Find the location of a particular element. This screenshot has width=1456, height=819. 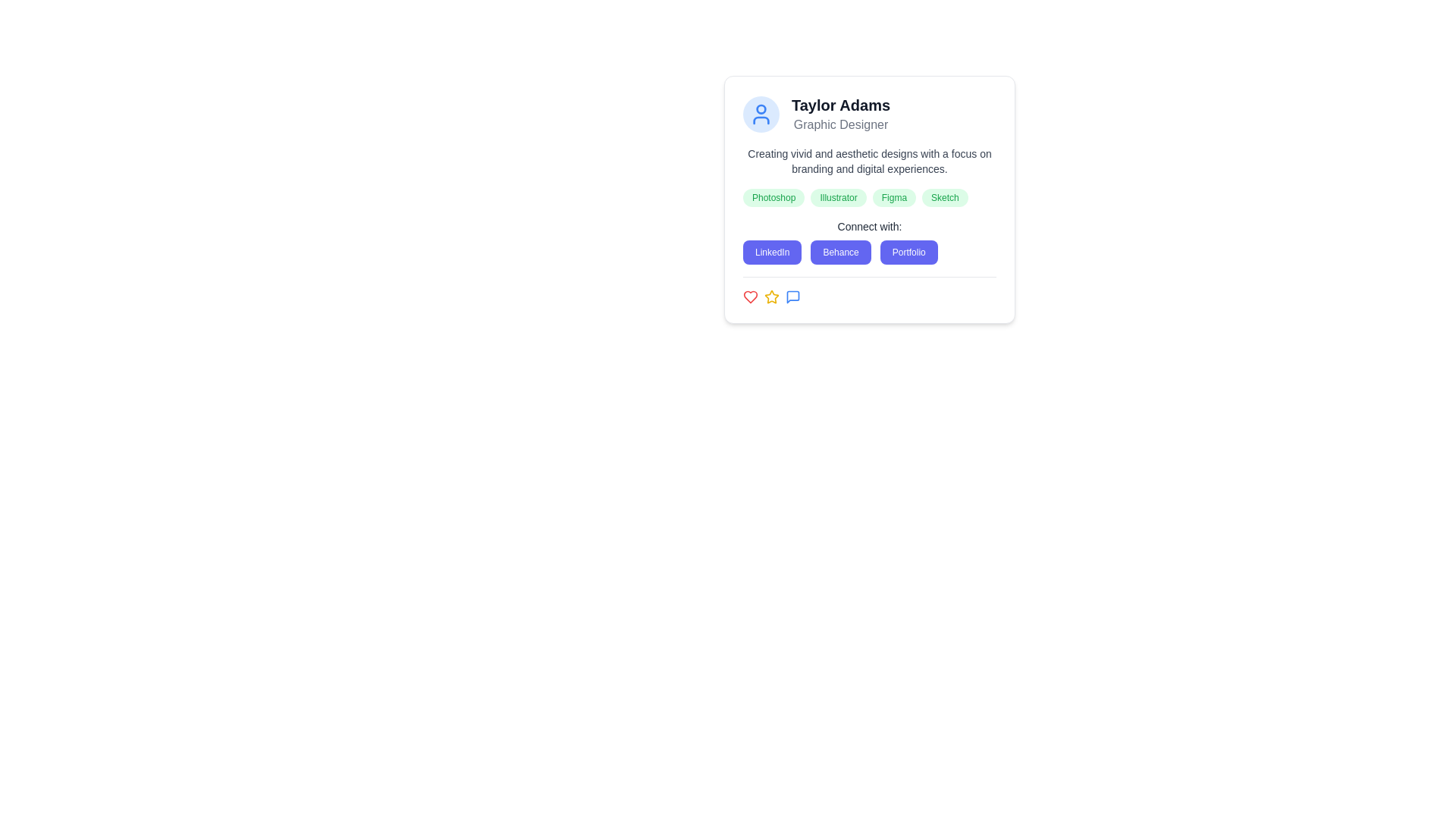

the descriptor label text located above the buttons labeled 'LinkedIn,' 'Behance,' and 'Portfolio,' which provides context for these buttons is located at coordinates (870, 227).